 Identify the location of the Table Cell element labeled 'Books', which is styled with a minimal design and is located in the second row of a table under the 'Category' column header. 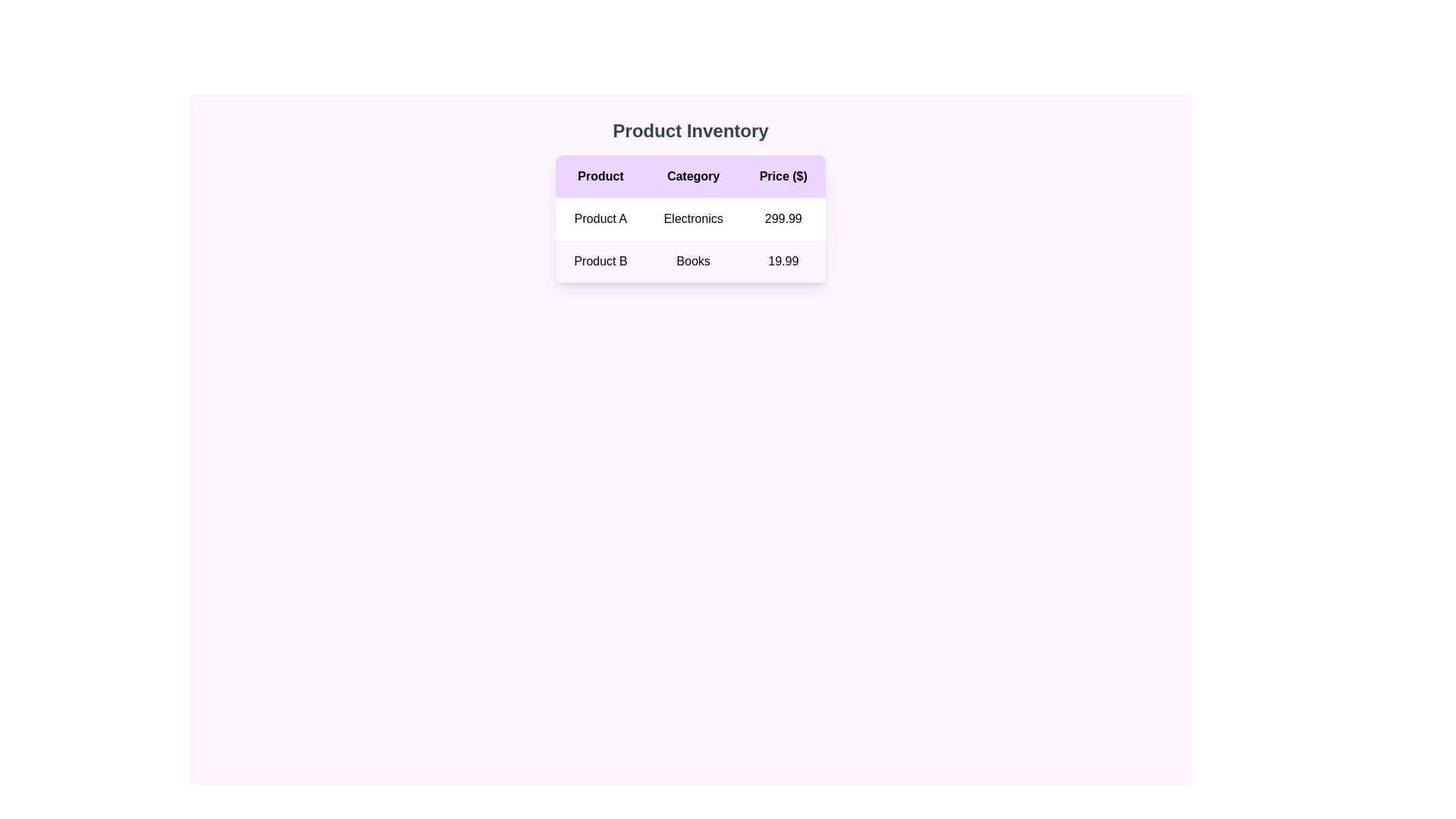
(692, 260).